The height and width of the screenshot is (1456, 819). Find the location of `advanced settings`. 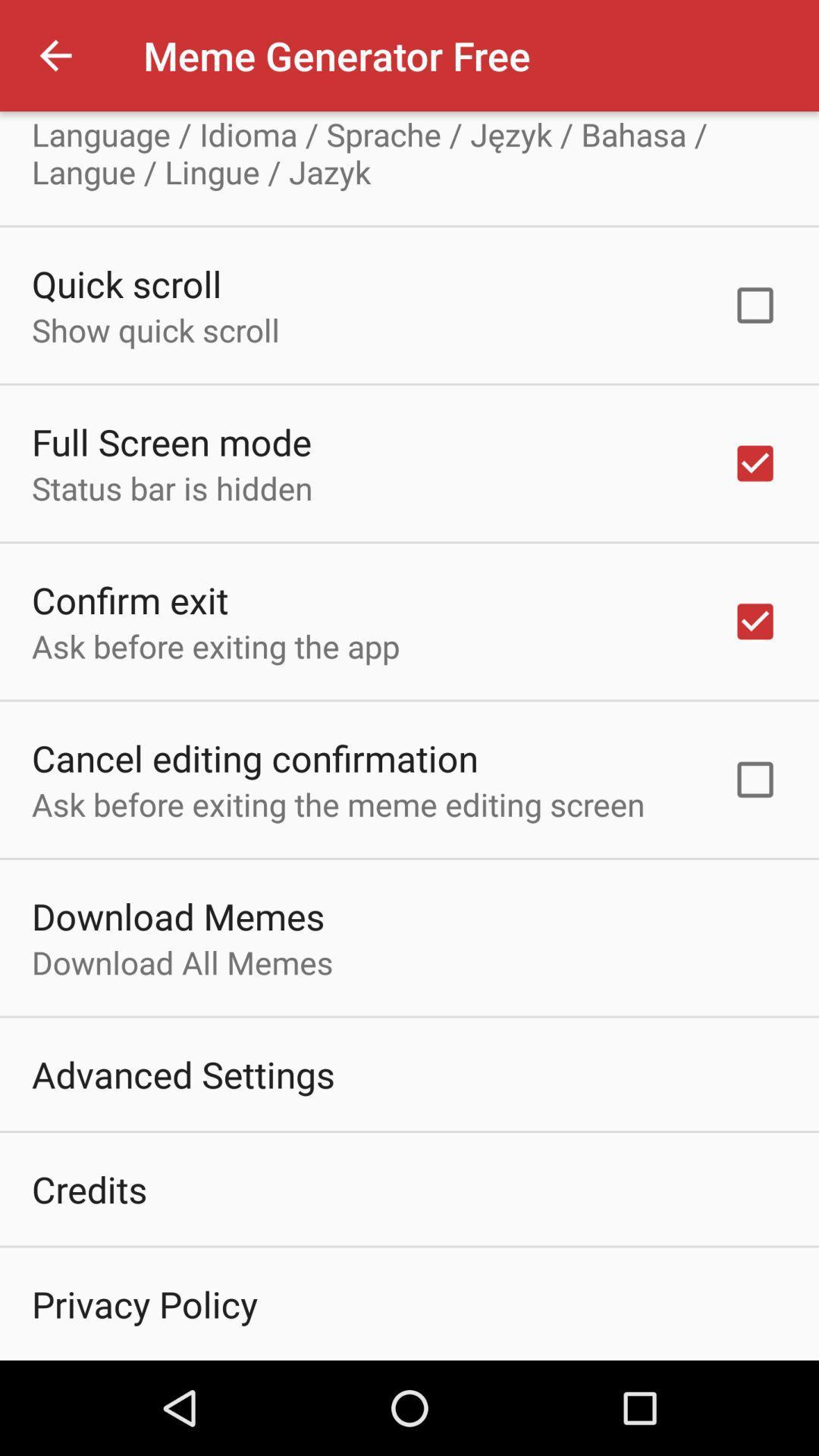

advanced settings is located at coordinates (182, 1073).